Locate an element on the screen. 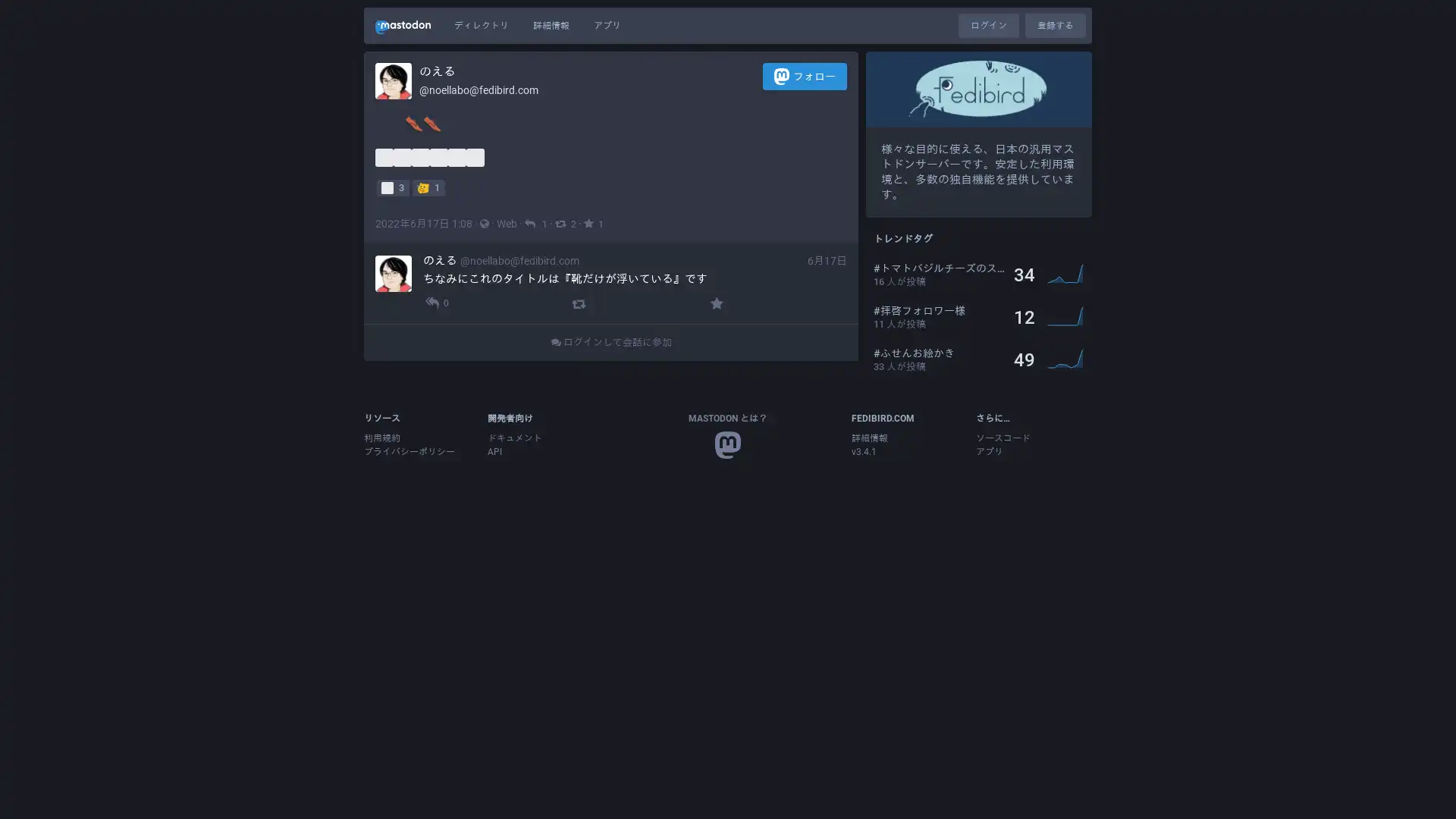 The height and width of the screenshot is (819, 1456). :blobcatthink 1 is located at coordinates (428, 186).